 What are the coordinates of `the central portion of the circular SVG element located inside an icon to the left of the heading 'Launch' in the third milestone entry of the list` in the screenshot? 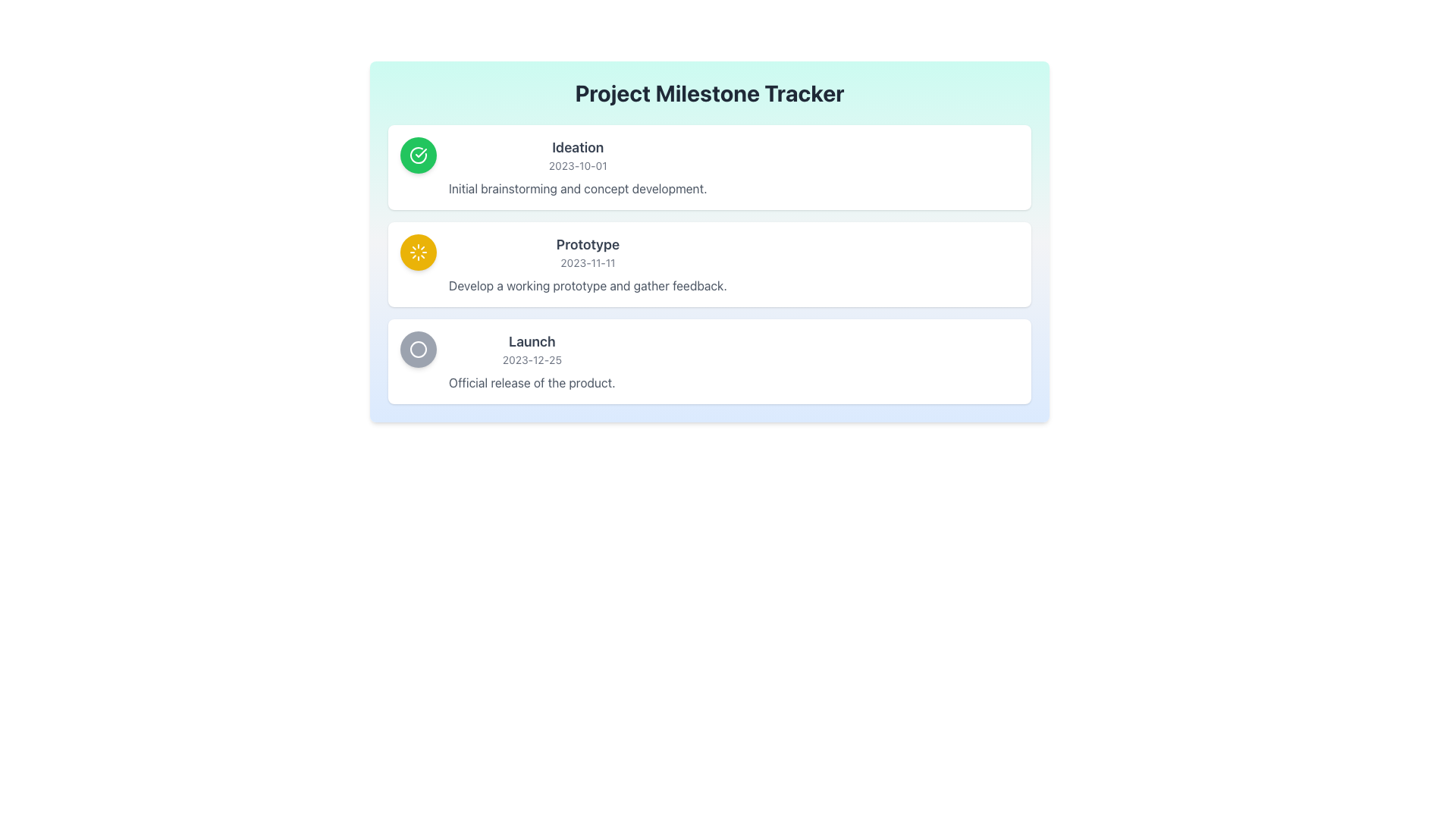 It's located at (419, 350).